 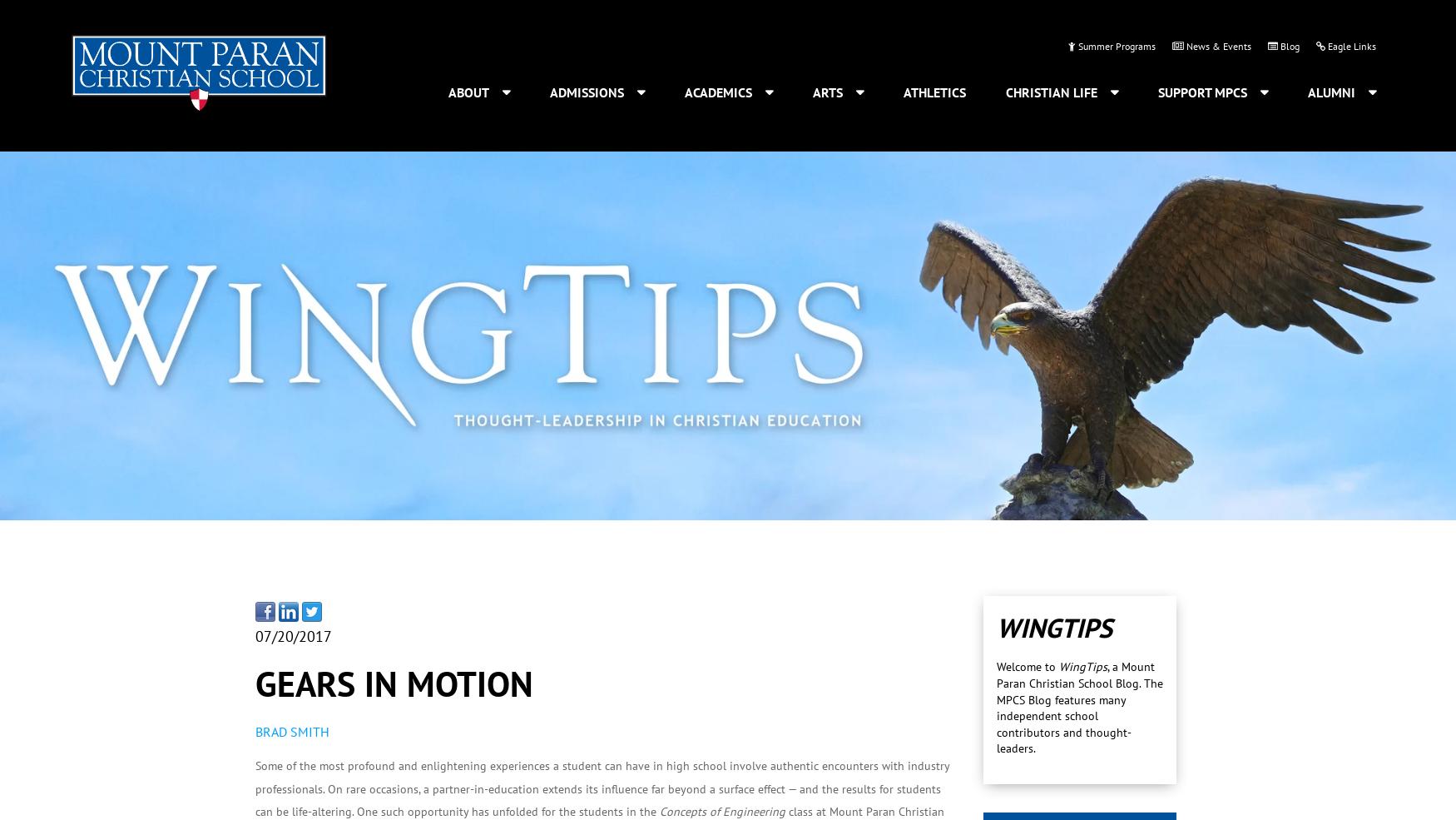 What do you see at coordinates (1350, 44) in the screenshot?
I see `'Eagle Links'` at bounding box center [1350, 44].